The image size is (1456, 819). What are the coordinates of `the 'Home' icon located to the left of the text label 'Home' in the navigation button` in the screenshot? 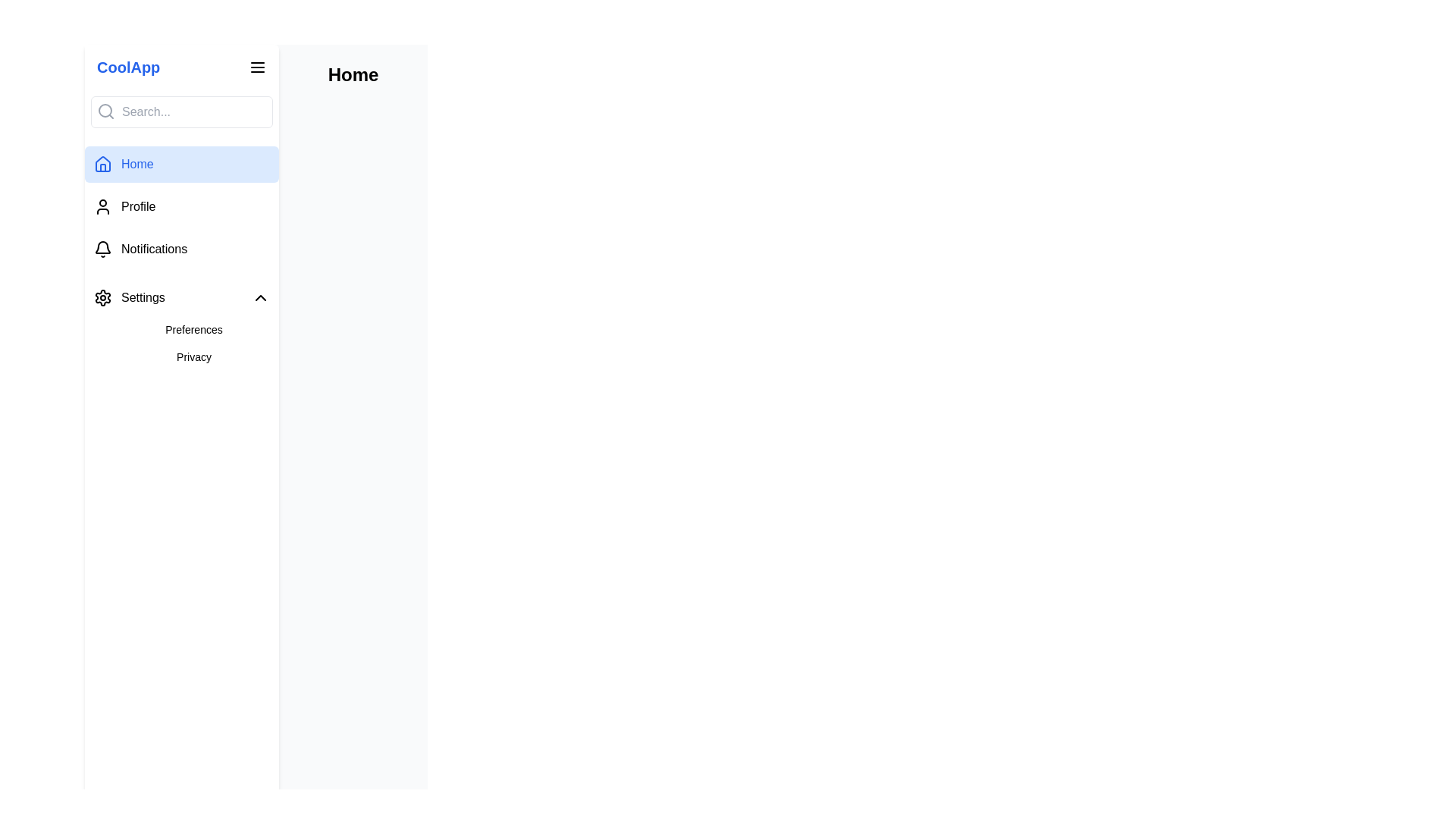 It's located at (102, 164).